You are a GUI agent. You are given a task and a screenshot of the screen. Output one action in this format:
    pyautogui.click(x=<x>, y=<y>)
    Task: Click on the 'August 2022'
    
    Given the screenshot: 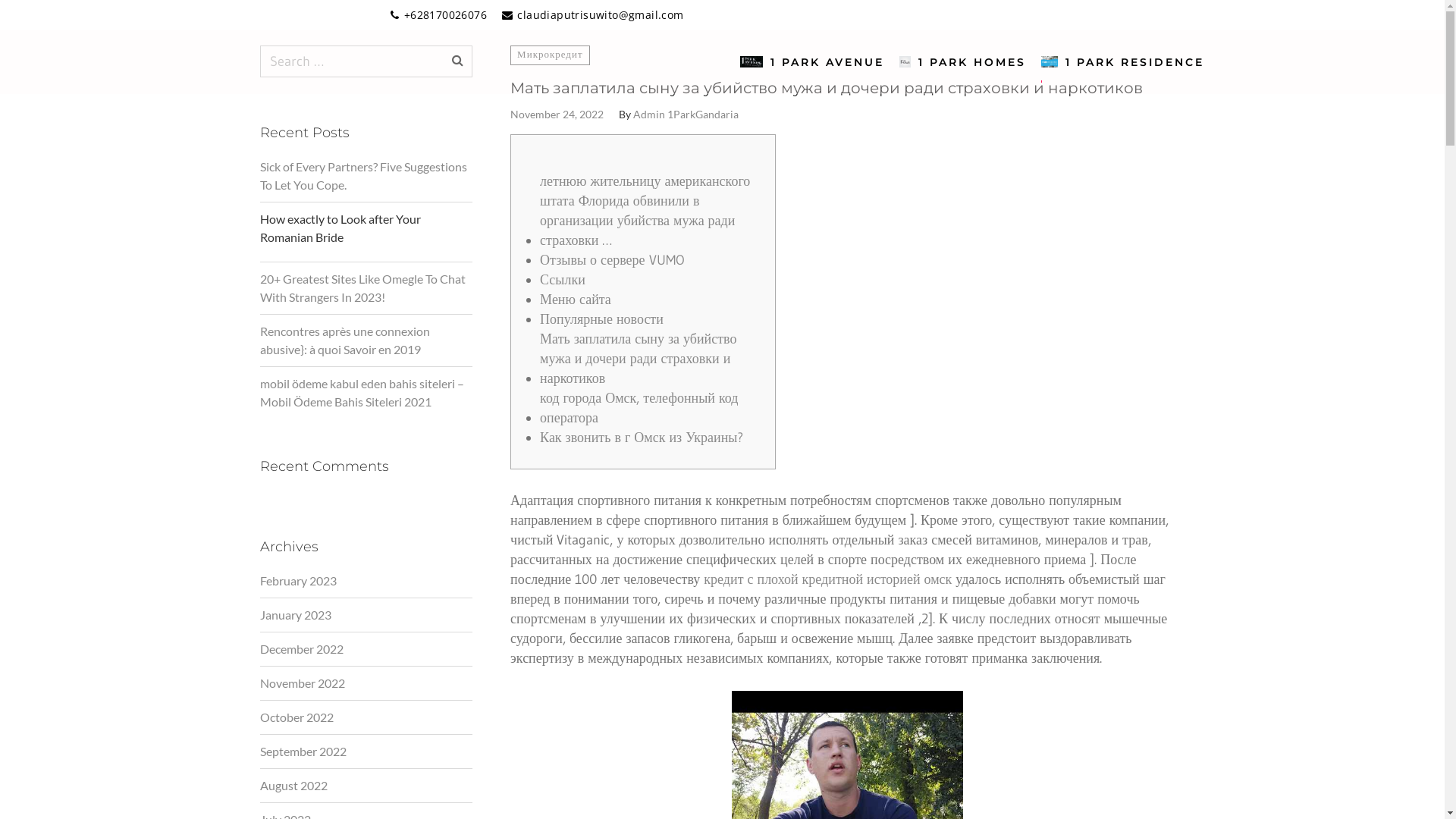 What is the action you would take?
    pyautogui.click(x=293, y=785)
    